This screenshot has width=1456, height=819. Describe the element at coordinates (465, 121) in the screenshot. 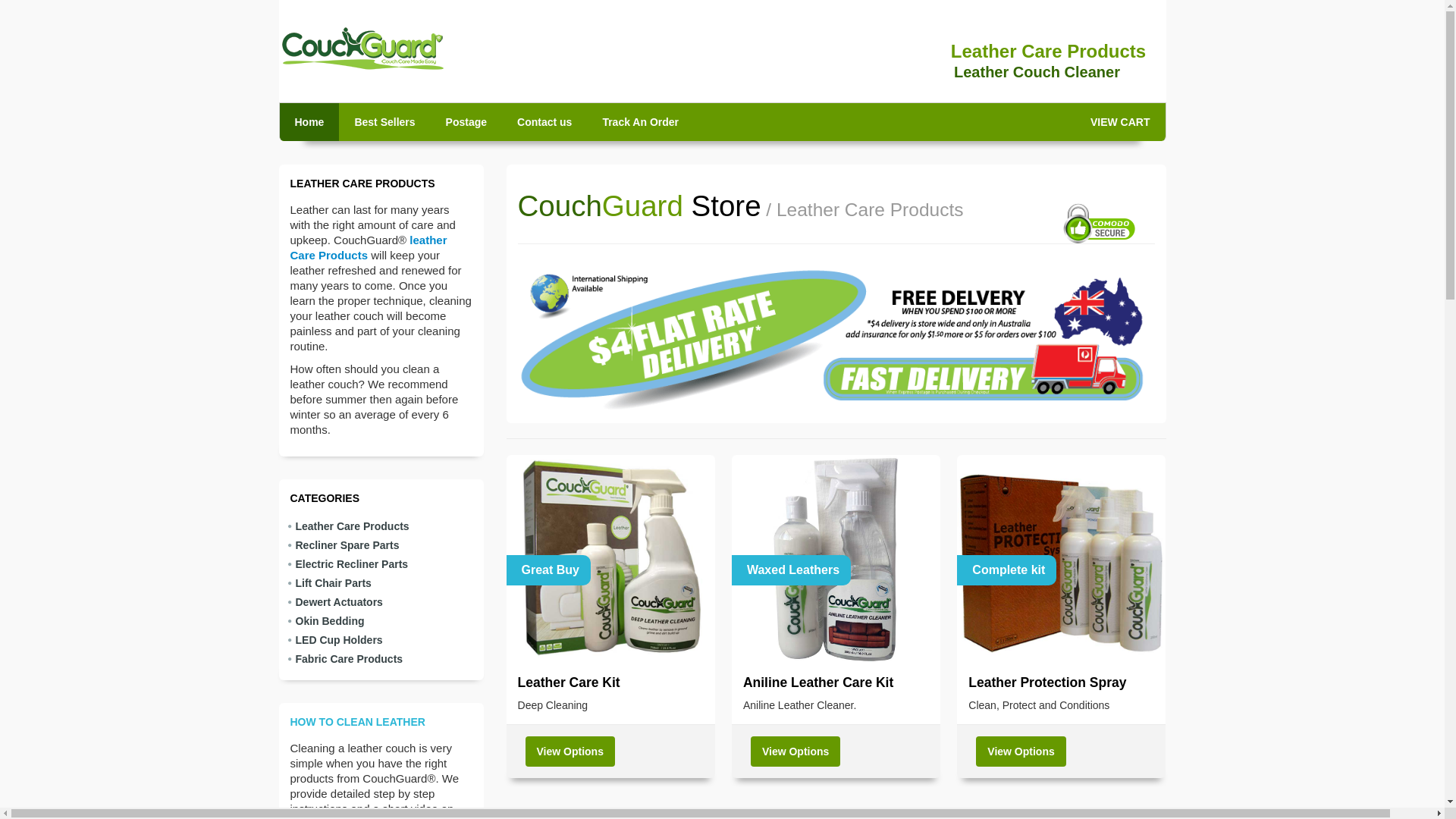

I see `'Postage'` at that location.